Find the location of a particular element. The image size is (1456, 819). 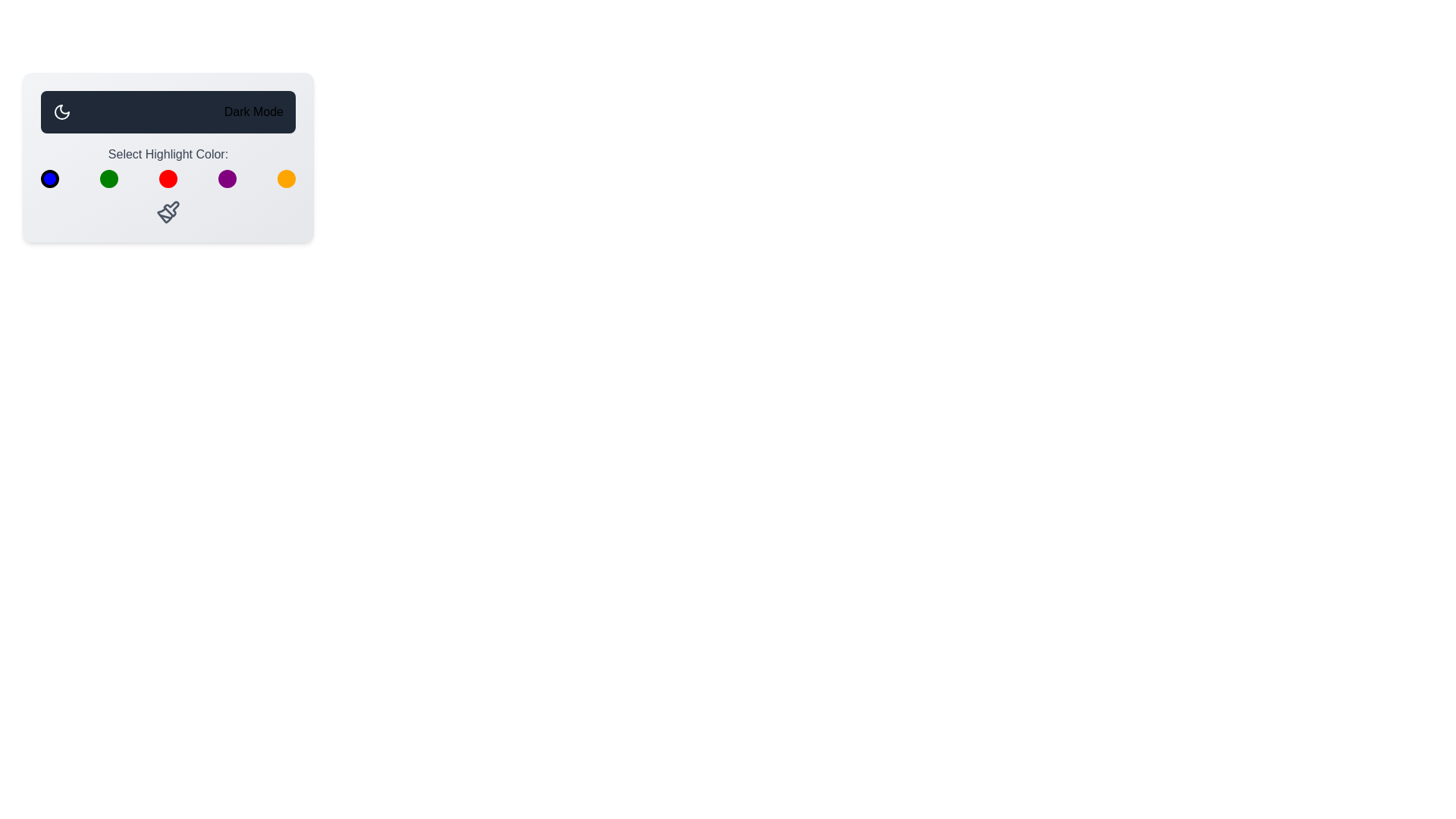

the SVG Paintbrush Icon located below the text 'Select Highlight Color:' is located at coordinates (168, 212).